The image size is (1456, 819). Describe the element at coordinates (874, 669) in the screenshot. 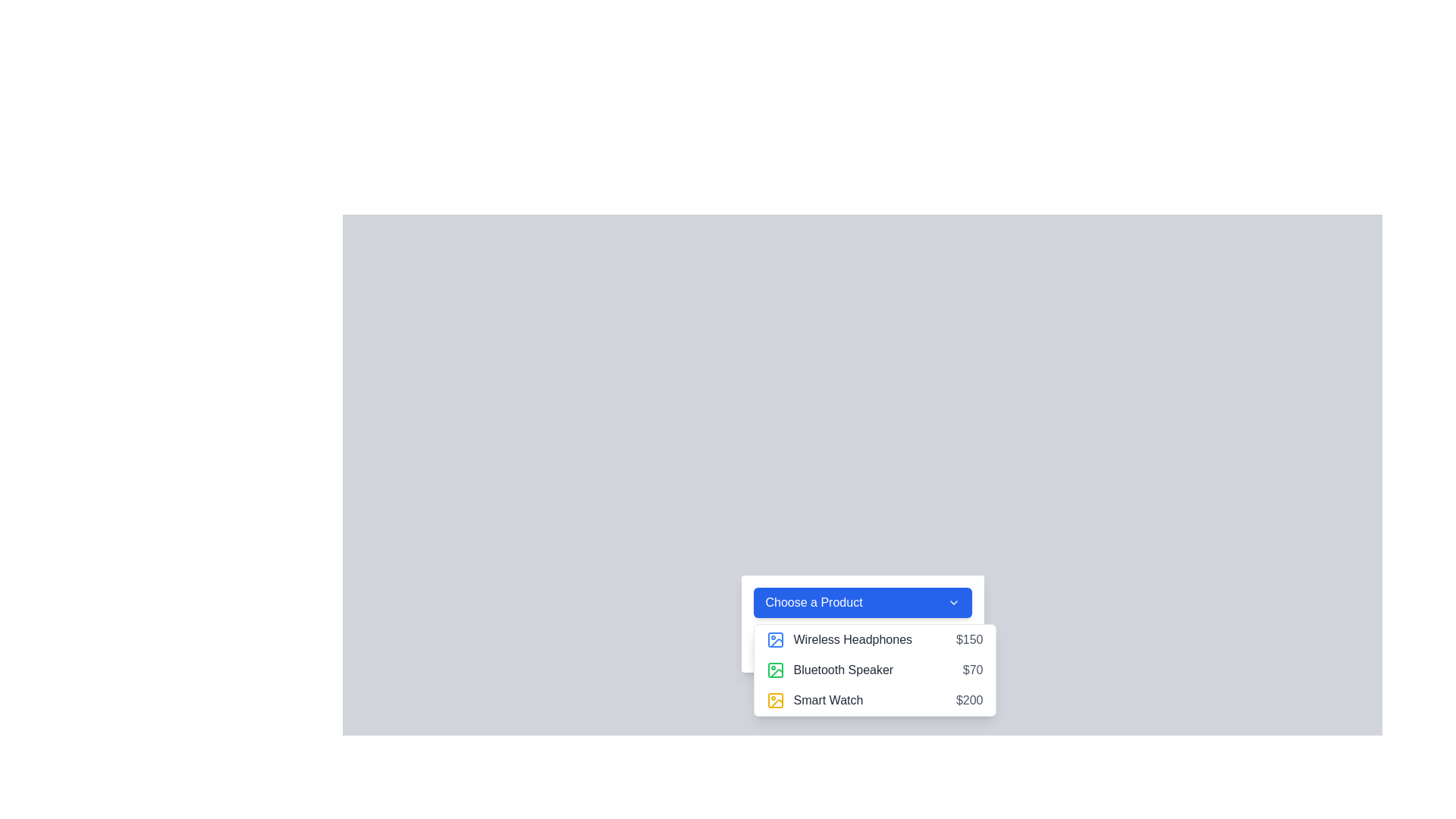

I see `the second item in the dropdown menu labeled 'Bluetooth Speaker' with a price of '$70'` at that location.